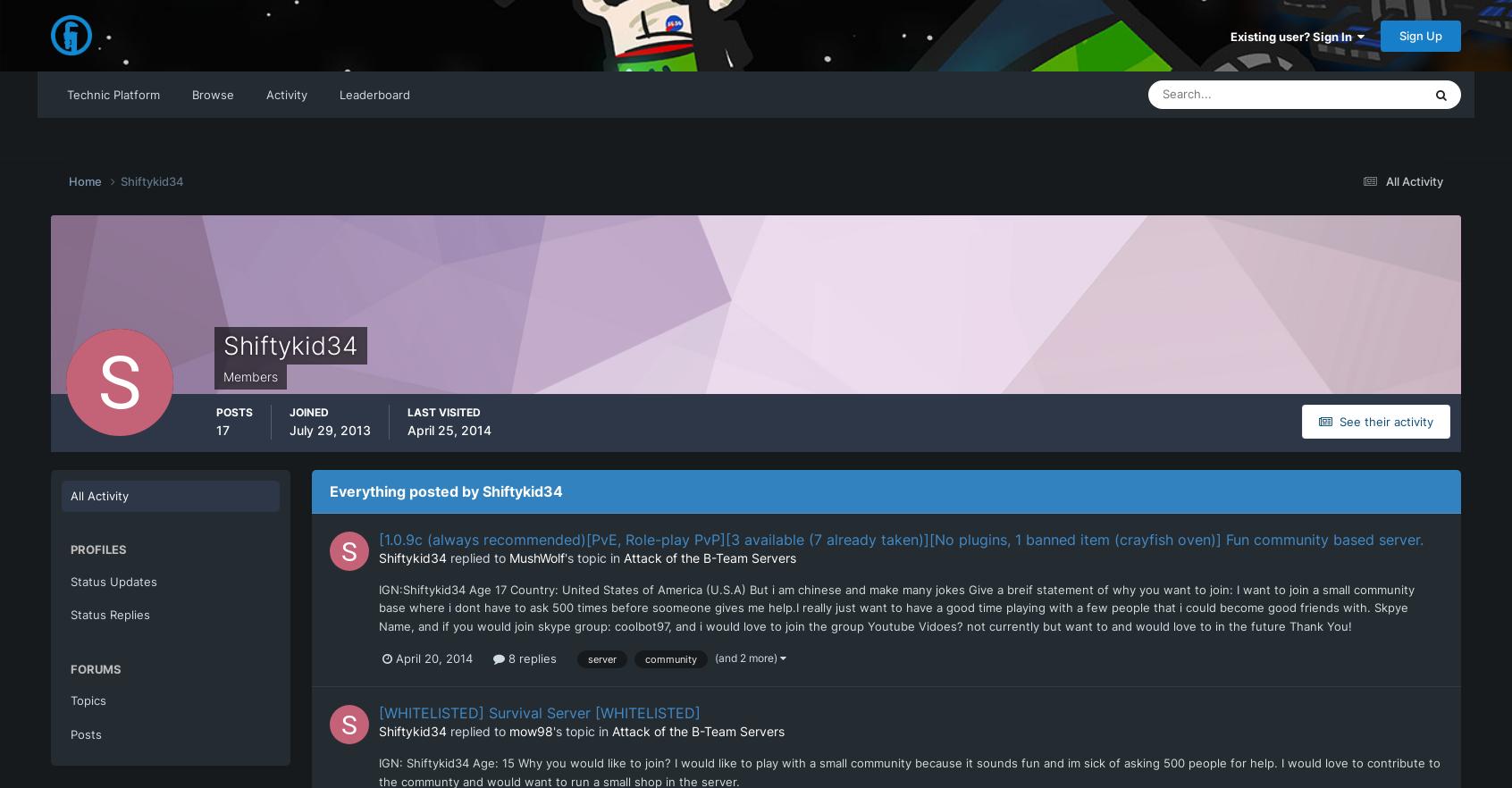 The image size is (1512, 788). I want to click on '17', so click(223, 428).